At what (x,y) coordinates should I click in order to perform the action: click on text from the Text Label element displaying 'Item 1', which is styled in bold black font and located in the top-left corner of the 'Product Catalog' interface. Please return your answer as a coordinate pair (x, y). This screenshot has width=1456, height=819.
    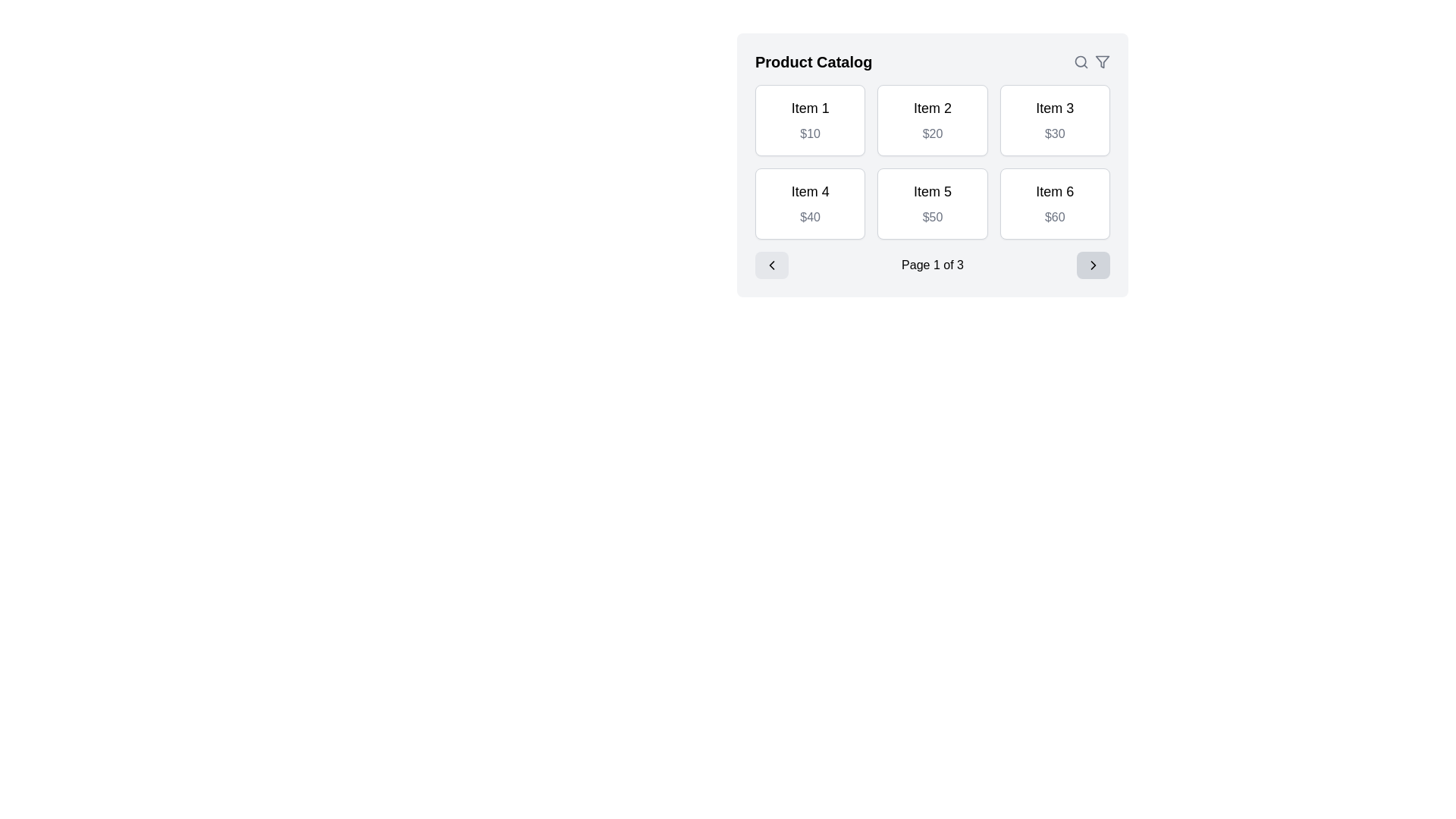
    Looking at the image, I should click on (809, 107).